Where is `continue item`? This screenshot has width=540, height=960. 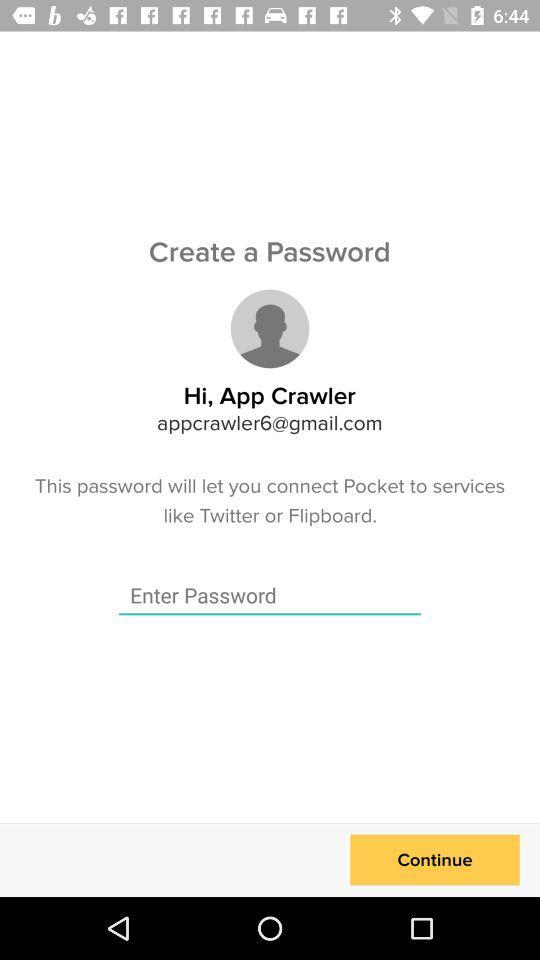
continue item is located at coordinates (434, 859).